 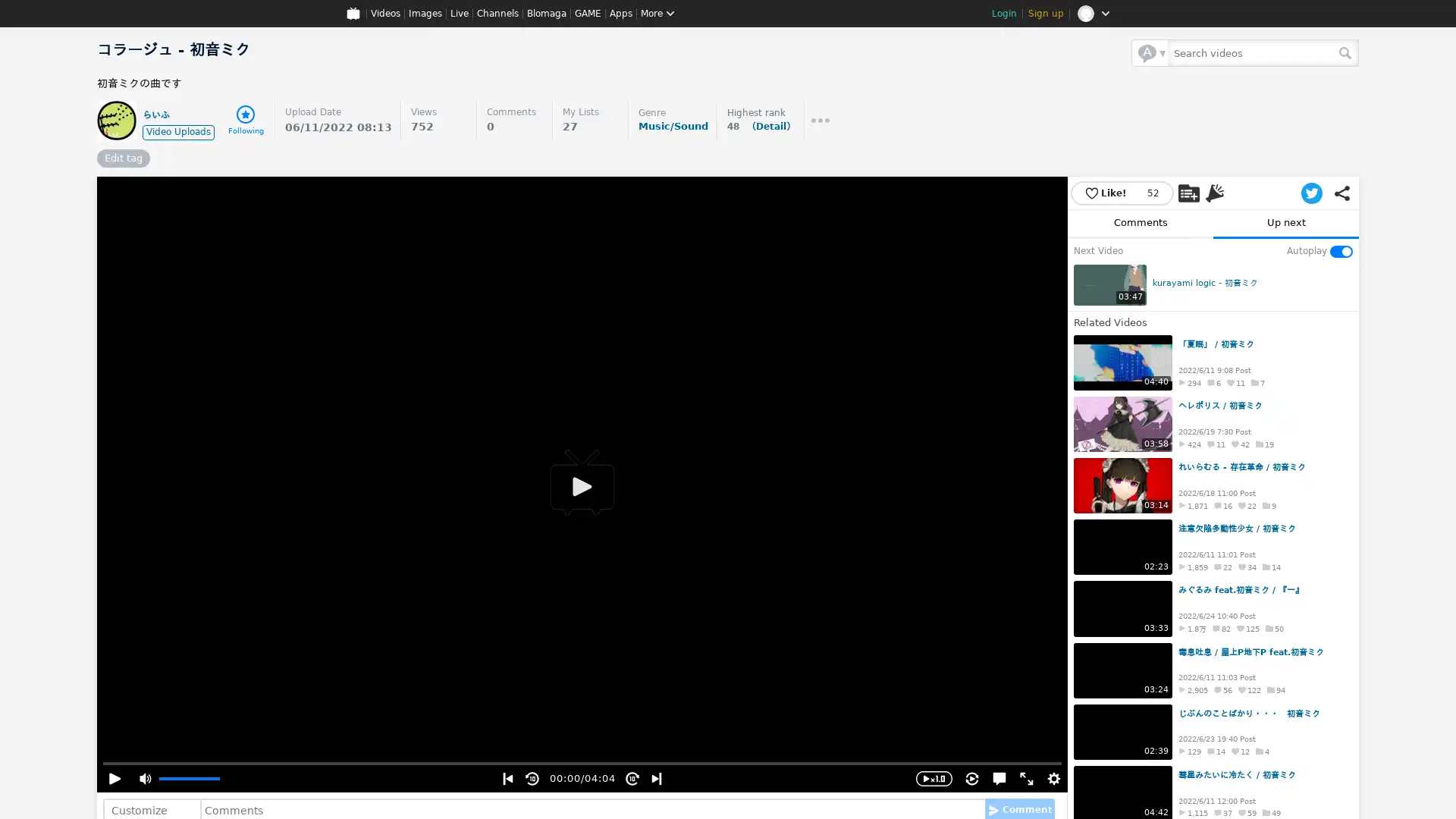 I want to click on Skip 10sec, so click(x=632, y=778).